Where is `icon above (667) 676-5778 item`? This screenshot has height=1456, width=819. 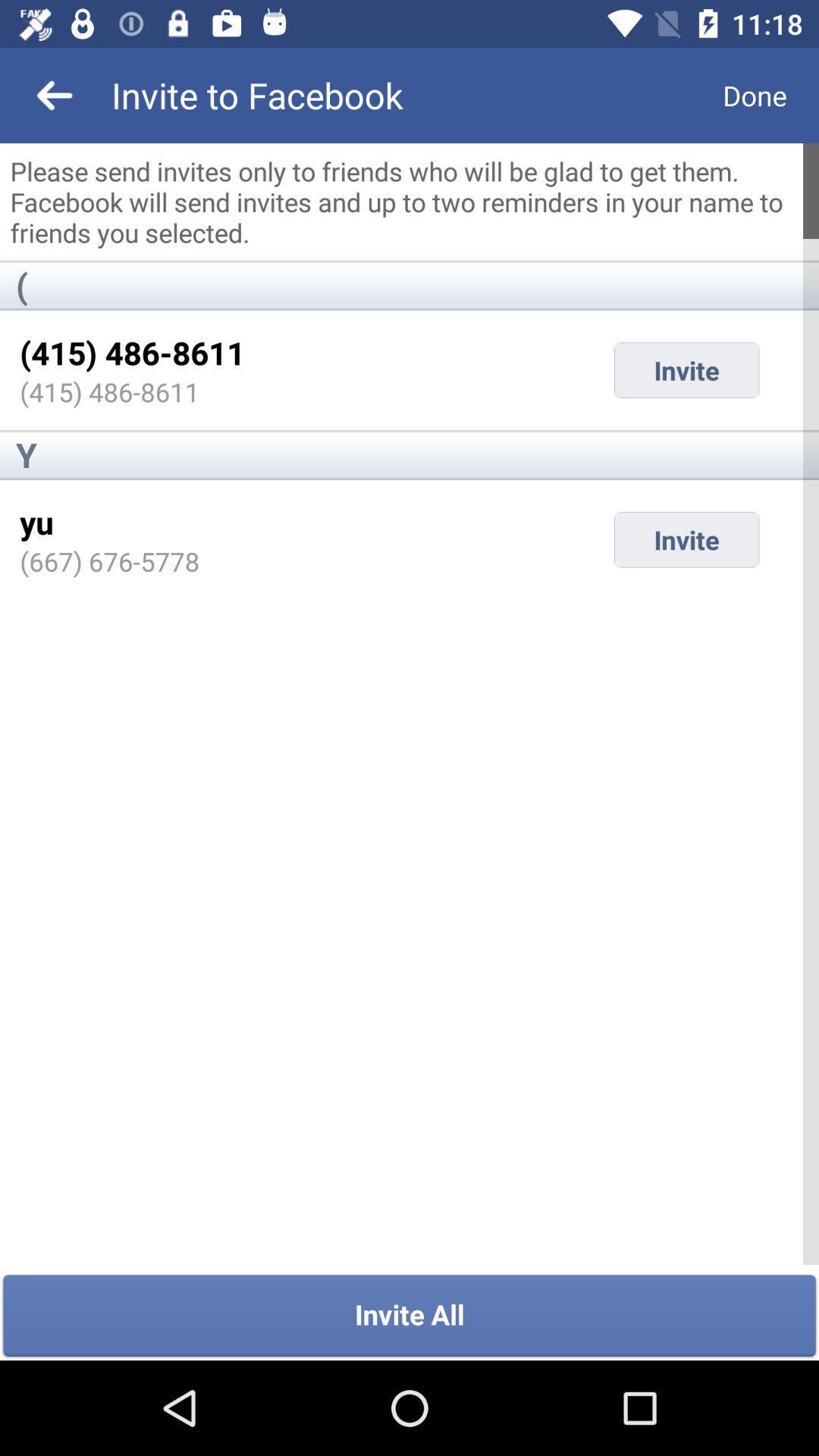 icon above (667) 676-5778 item is located at coordinates (36, 522).